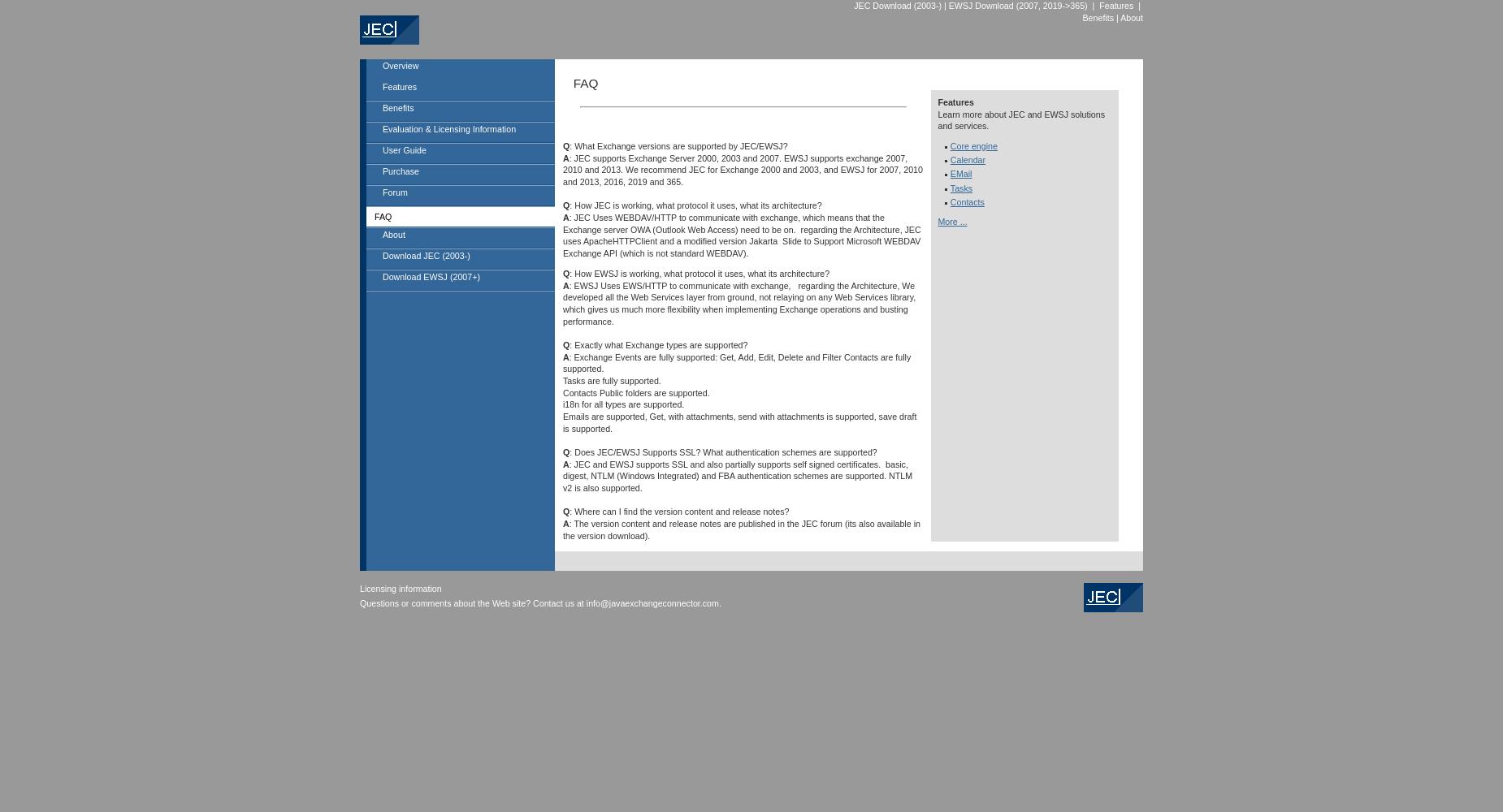  Describe the element at coordinates (426, 255) in the screenshot. I see `'Download JEC (2003-)'` at that location.